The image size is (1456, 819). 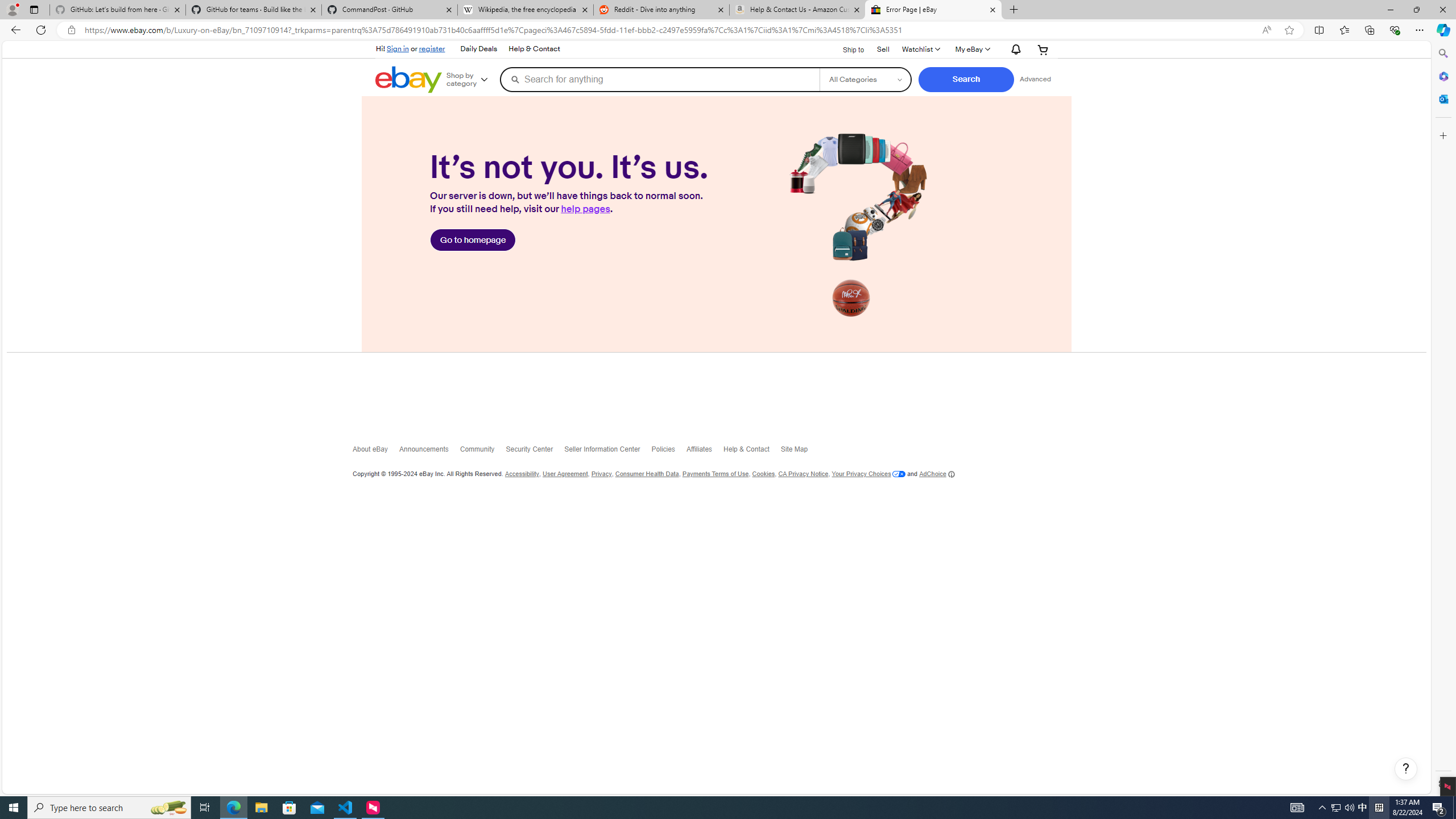 What do you see at coordinates (470, 78) in the screenshot?
I see `'Shop by category'` at bounding box center [470, 78].